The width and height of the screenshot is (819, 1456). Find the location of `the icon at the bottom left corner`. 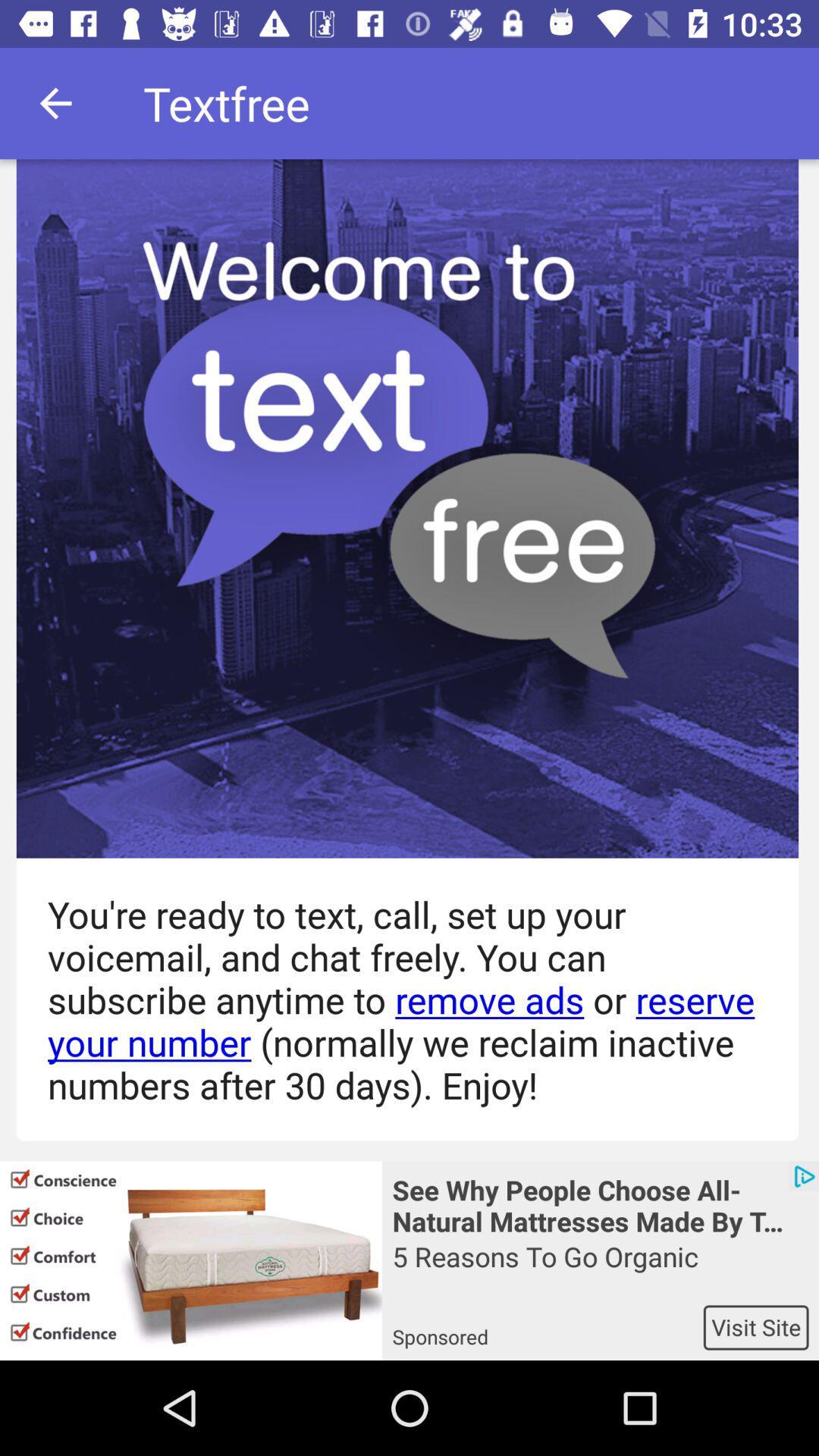

the icon at the bottom left corner is located at coordinates (190, 1260).